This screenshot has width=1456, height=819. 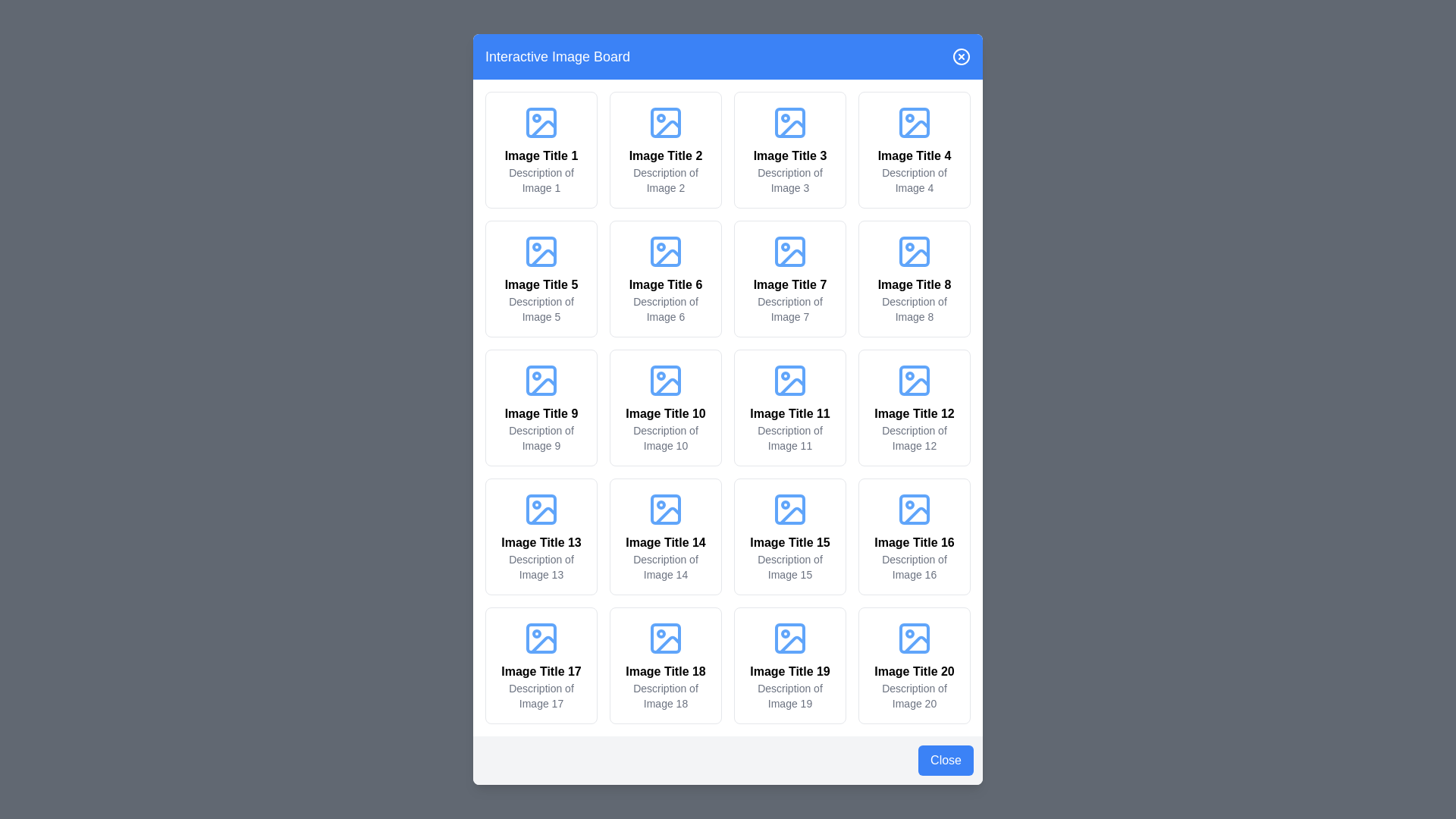 I want to click on the dialog's background overlay to acknowledge its effect, so click(x=728, y=409).